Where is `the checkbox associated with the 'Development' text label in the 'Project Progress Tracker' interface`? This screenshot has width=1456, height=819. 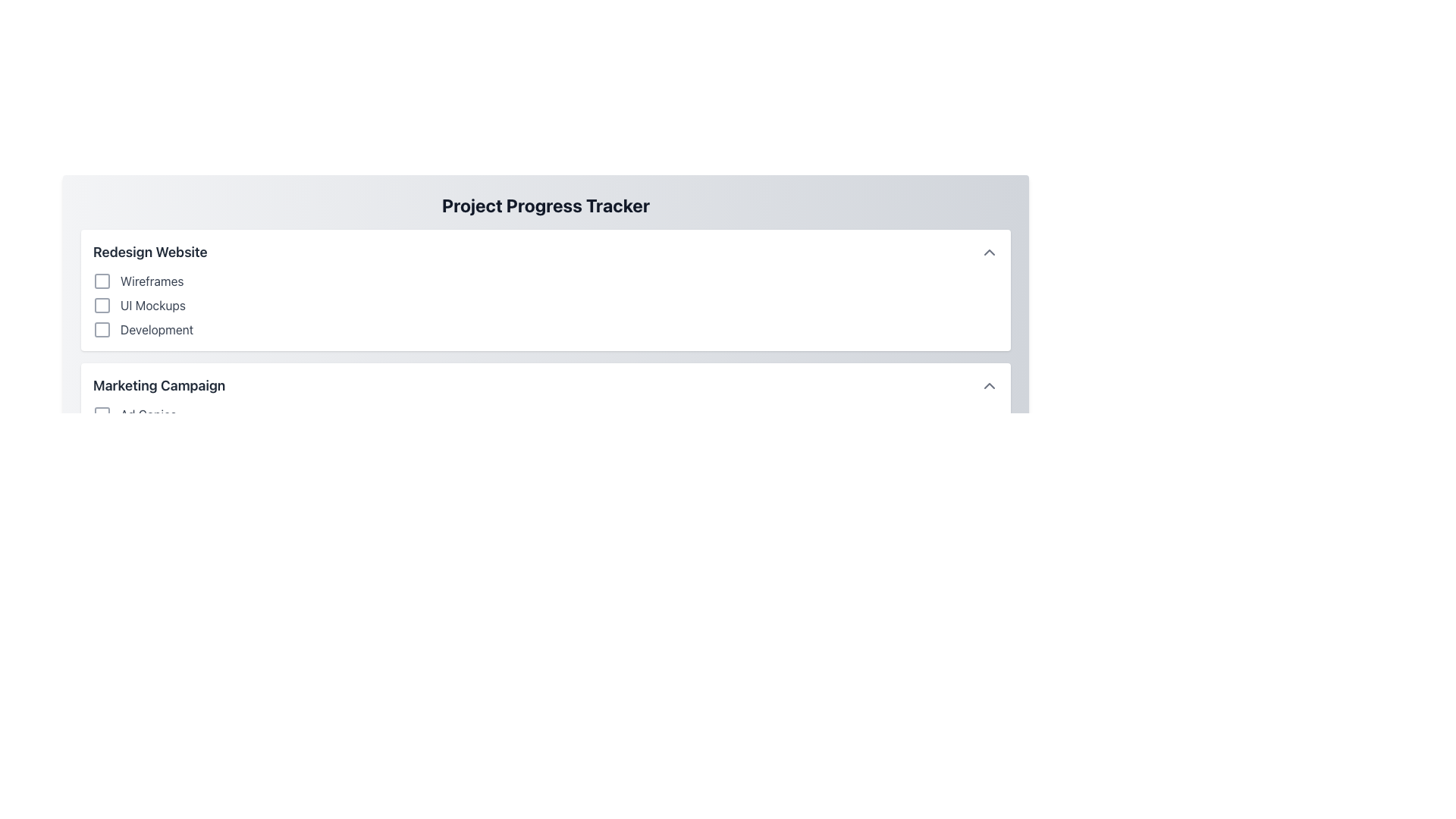 the checkbox associated with the 'Development' text label in the 'Project Progress Tracker' interface is located at coordinates (157, 329).